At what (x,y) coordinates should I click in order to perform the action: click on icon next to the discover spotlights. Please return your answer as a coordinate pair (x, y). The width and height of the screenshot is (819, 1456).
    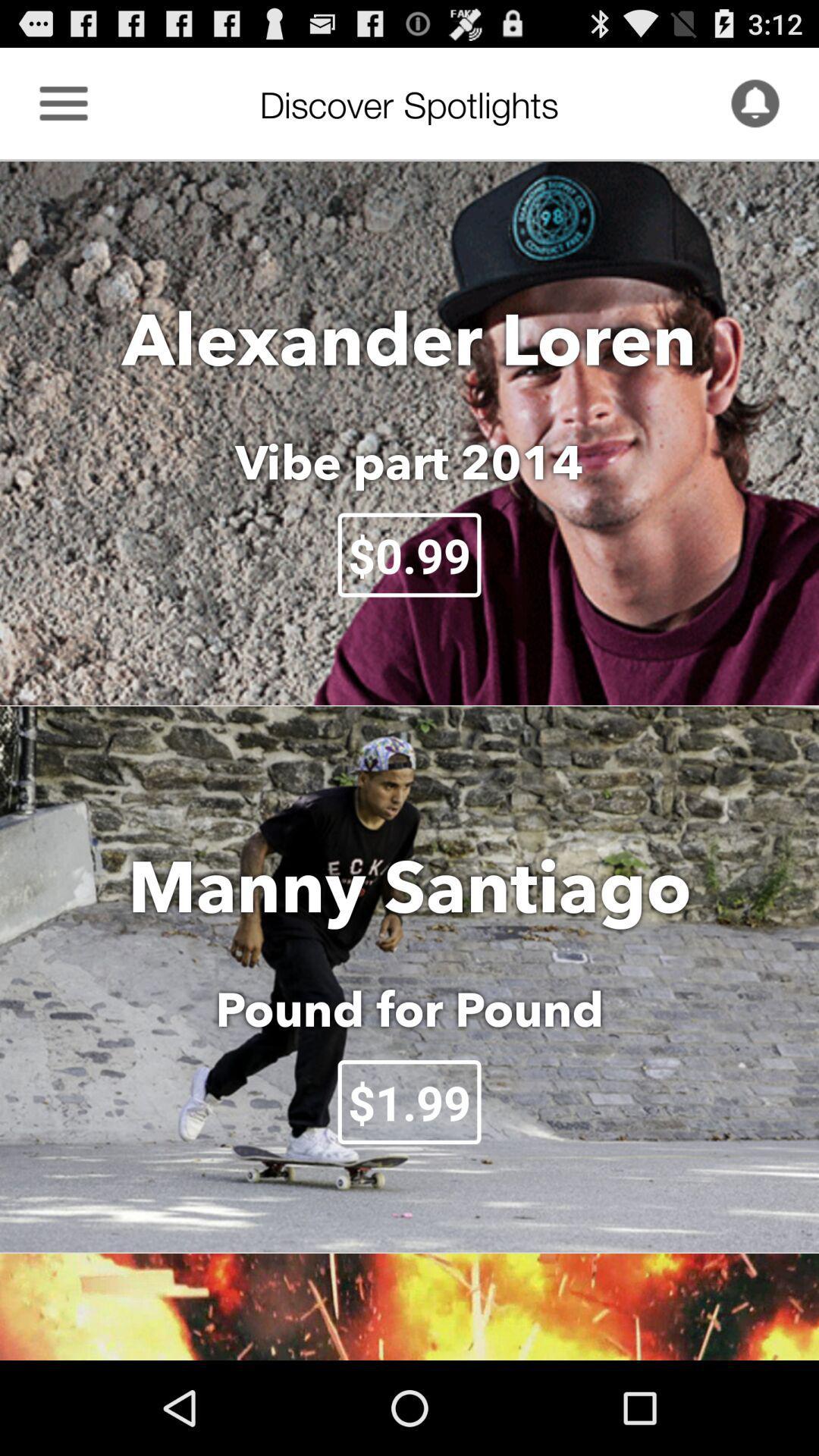
    Looking at the image, I should click on (755, 102).